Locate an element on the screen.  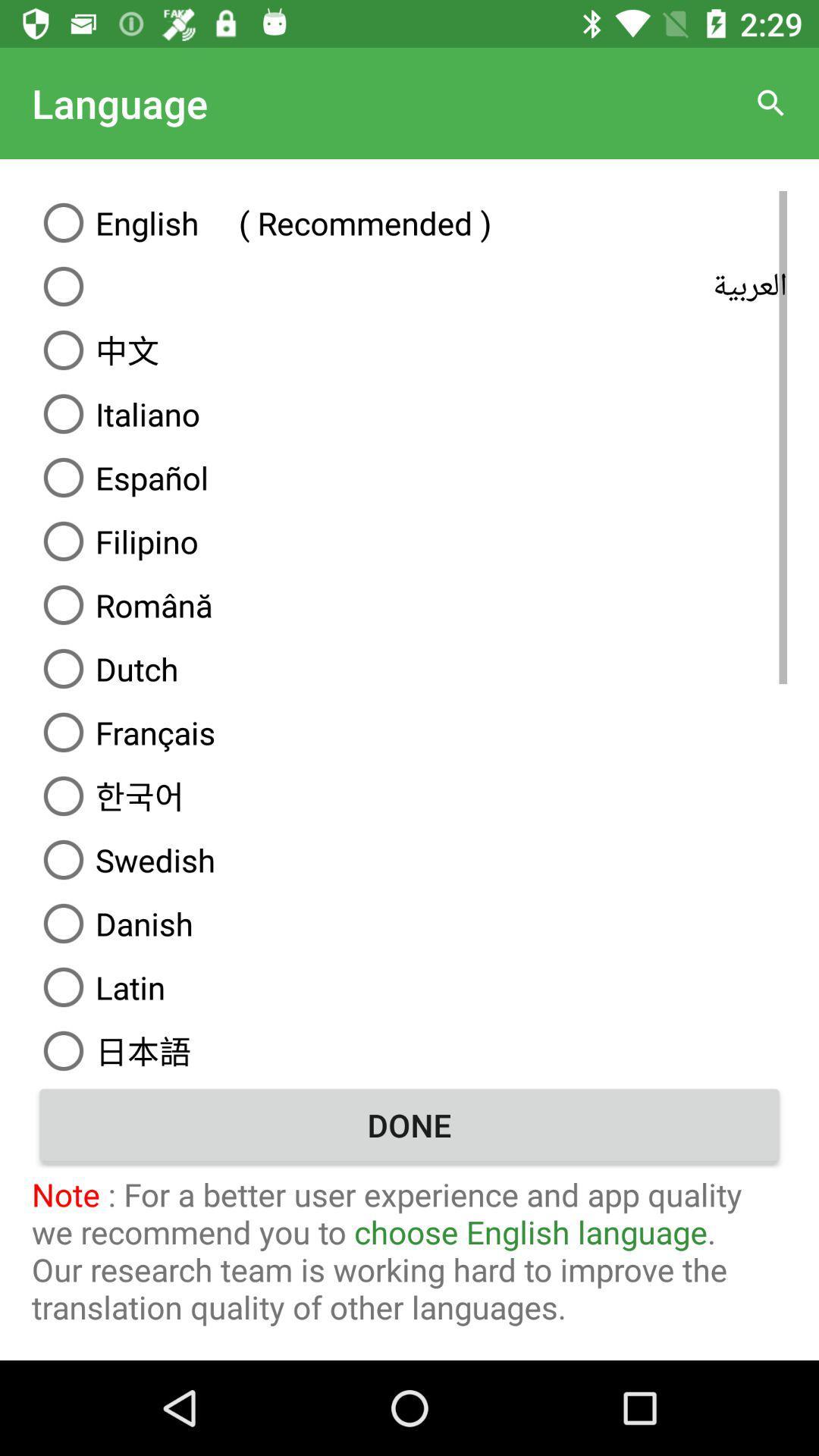
the item below latin icon is located at coordinates (409, 1047).